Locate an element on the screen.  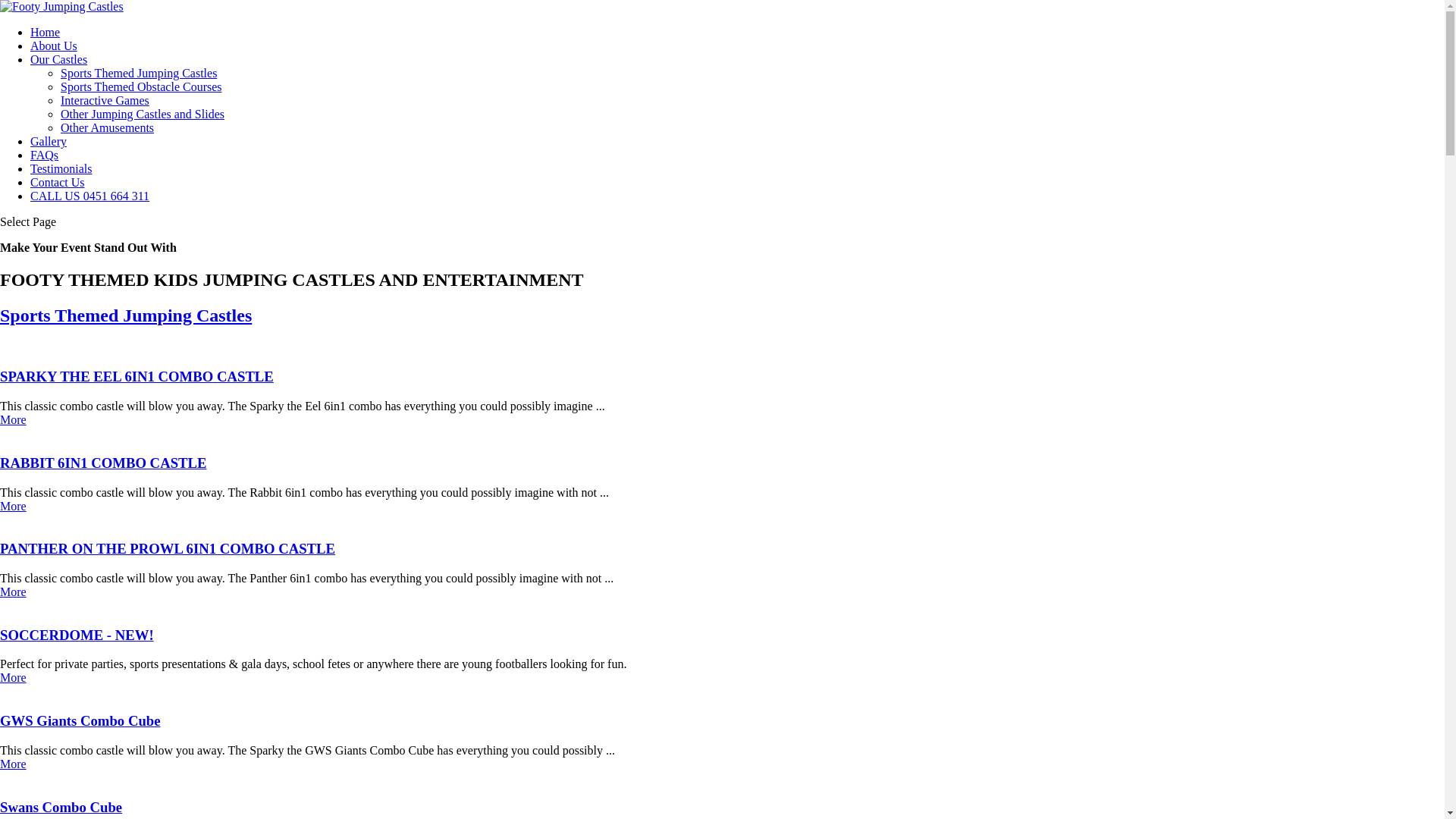
'Contact Us' is located at coordinates (58, 181).